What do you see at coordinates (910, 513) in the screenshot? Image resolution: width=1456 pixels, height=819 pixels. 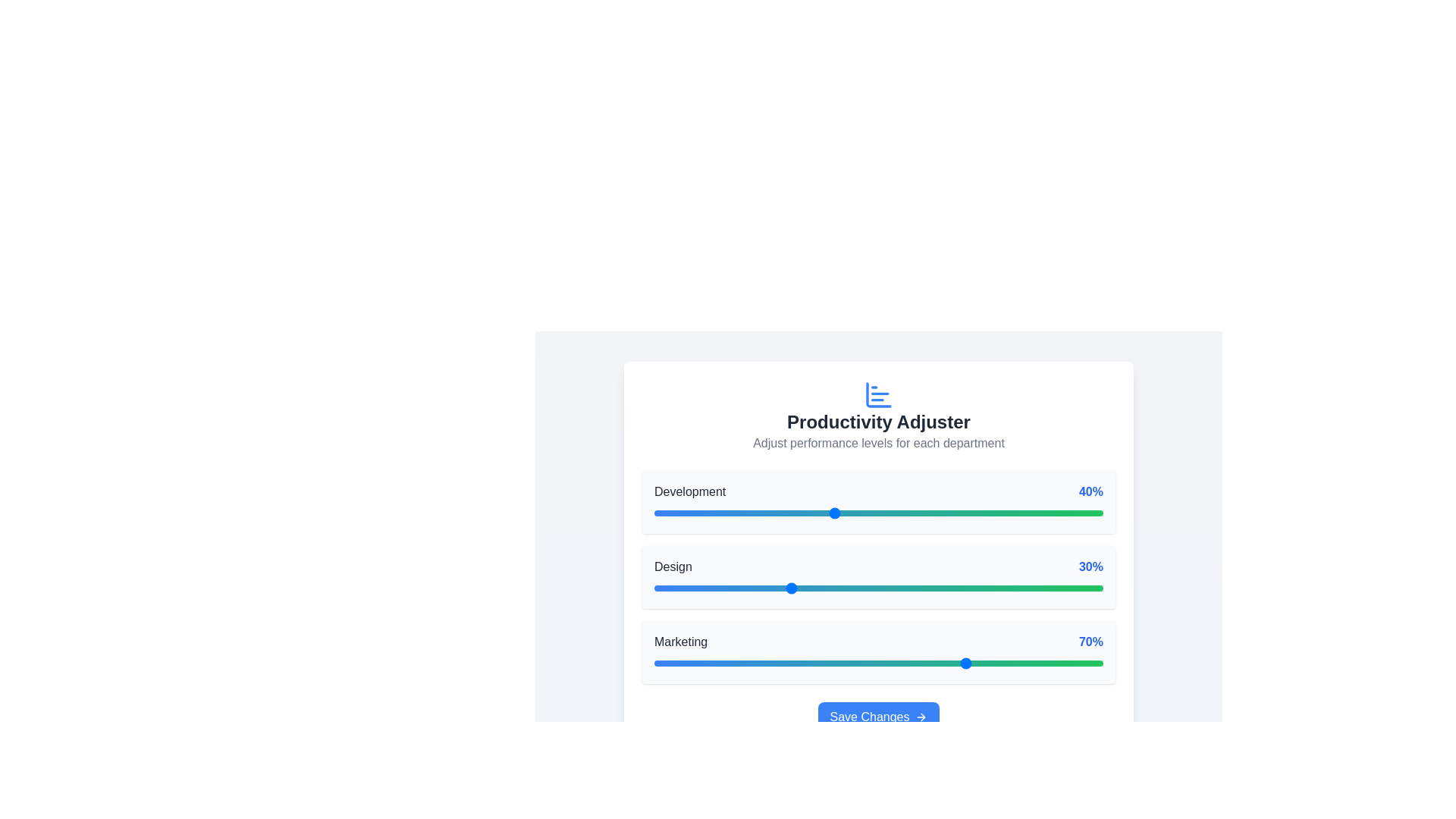 I see `the slider value` at bounding box center [910, 513].